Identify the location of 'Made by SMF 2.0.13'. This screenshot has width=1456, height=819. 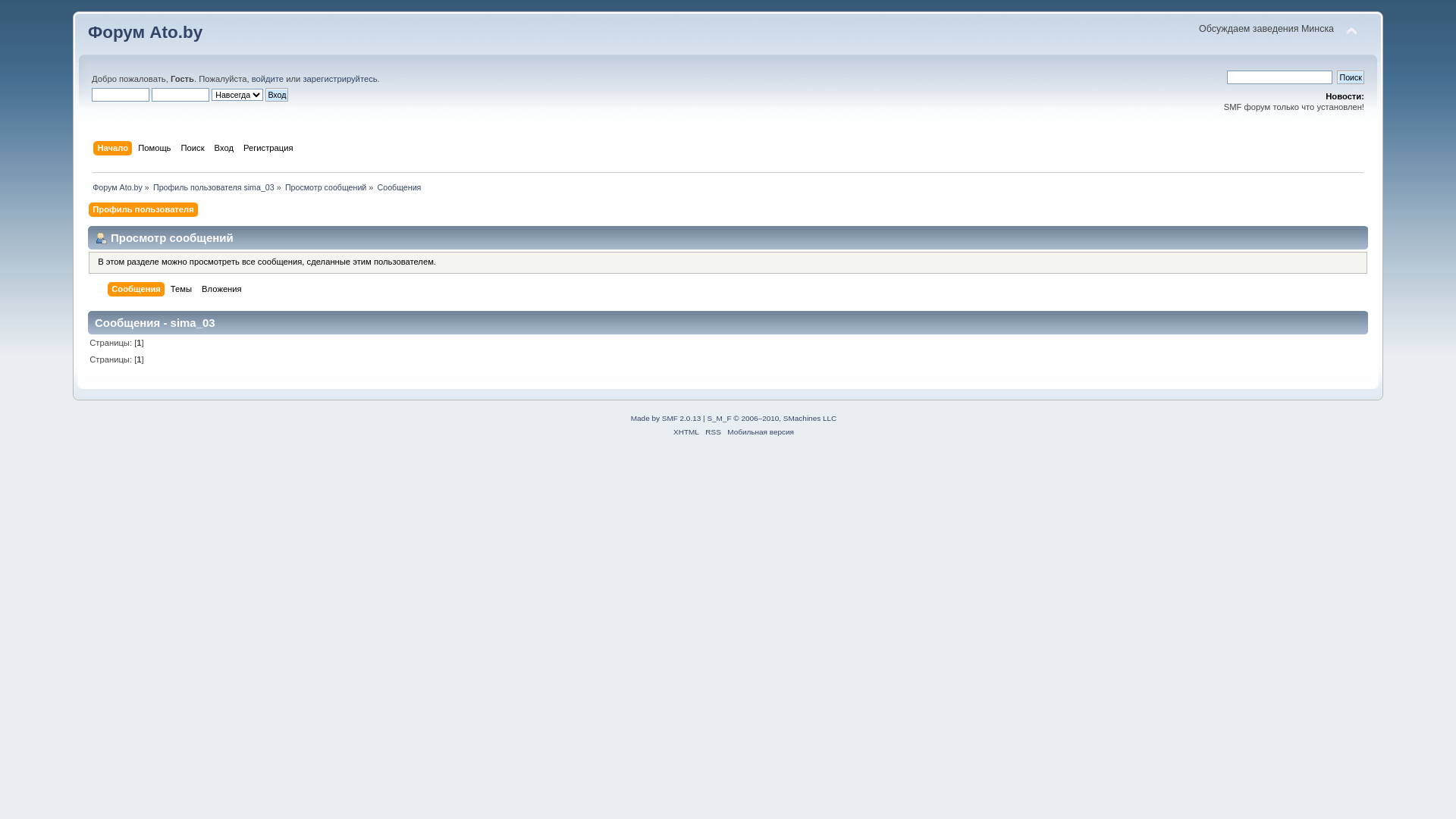
(666, 418).